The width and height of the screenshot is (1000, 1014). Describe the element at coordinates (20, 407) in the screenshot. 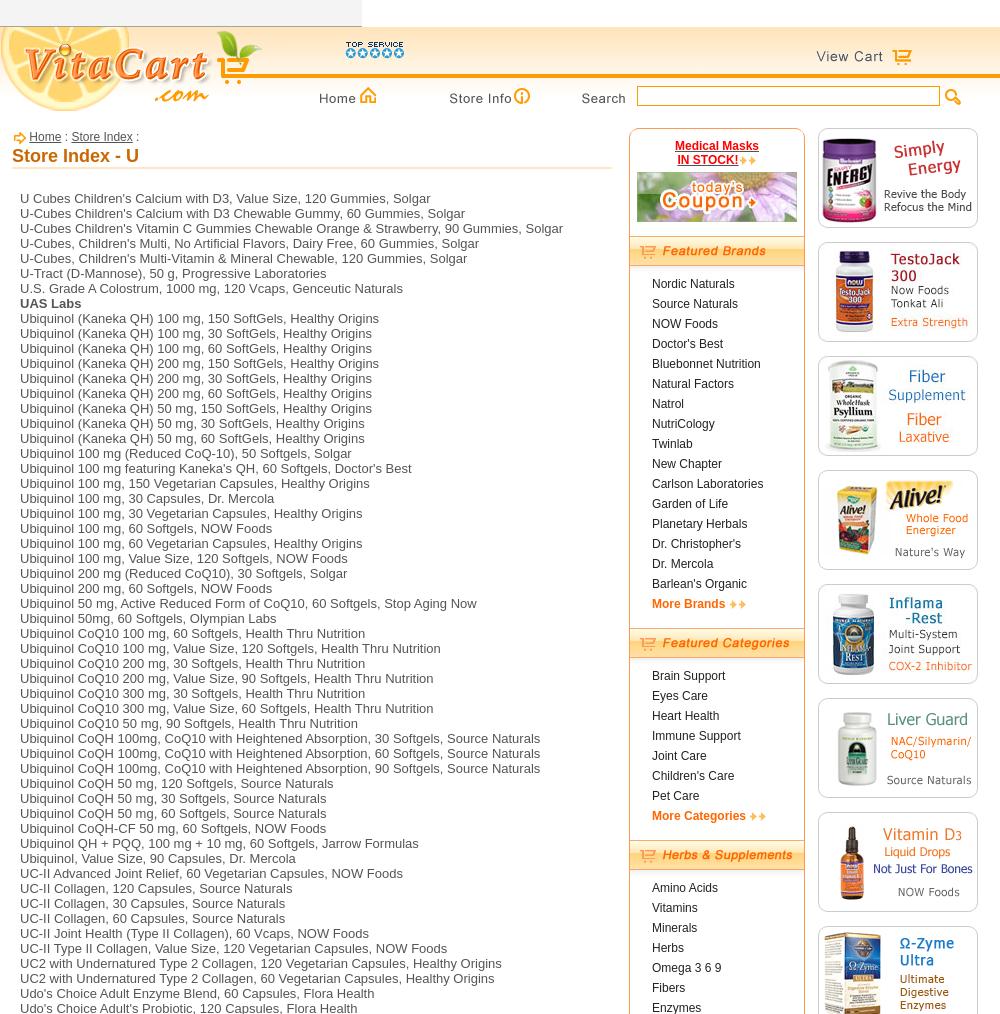

I see `'Ubiquinol (Kaneka QH) 50 mg, 150 SoftGels, Healthy Origins'` at that location.